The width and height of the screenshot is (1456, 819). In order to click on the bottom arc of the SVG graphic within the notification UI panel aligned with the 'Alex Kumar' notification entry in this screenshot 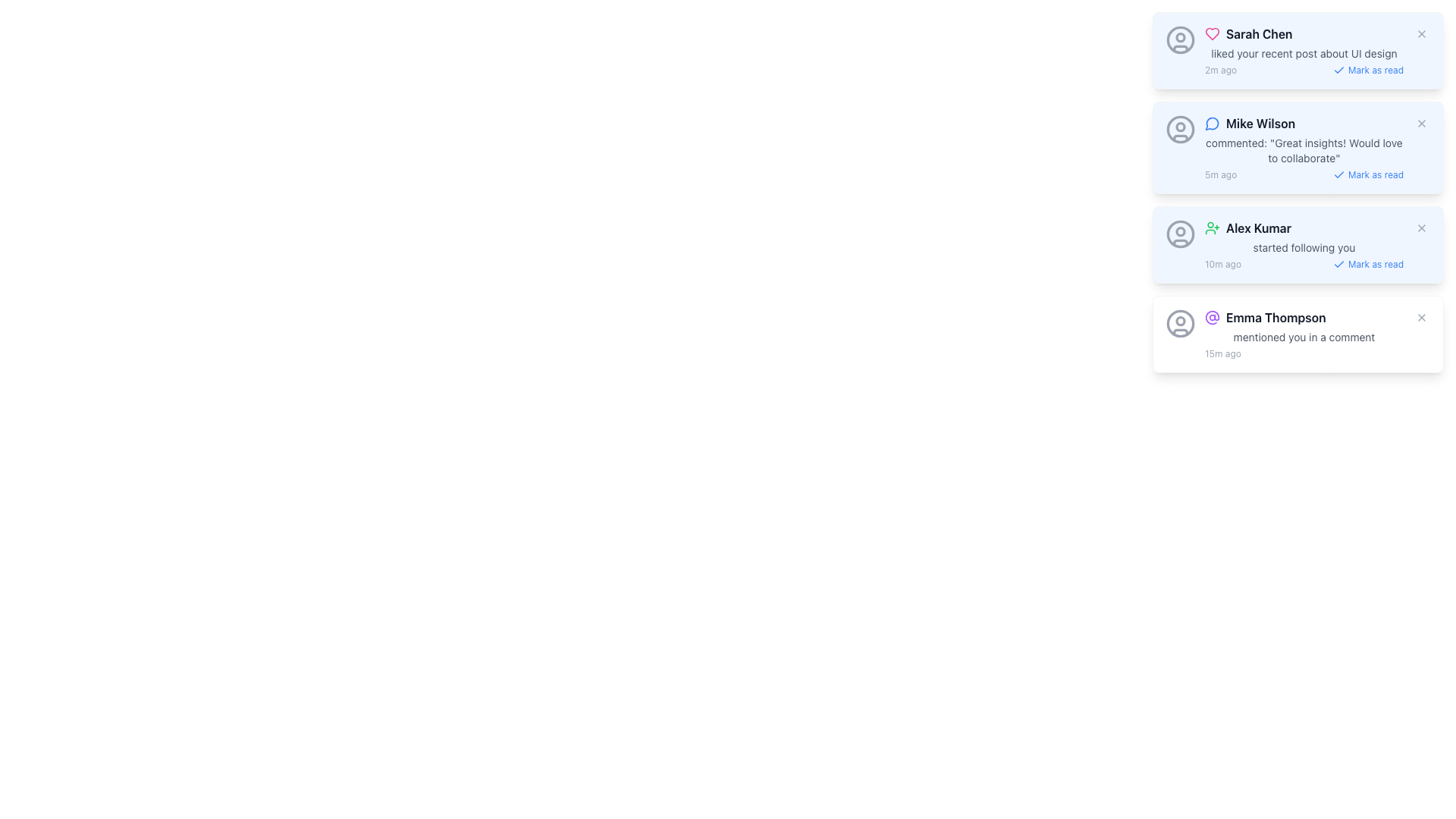, I will do `click(1179, 242)`.